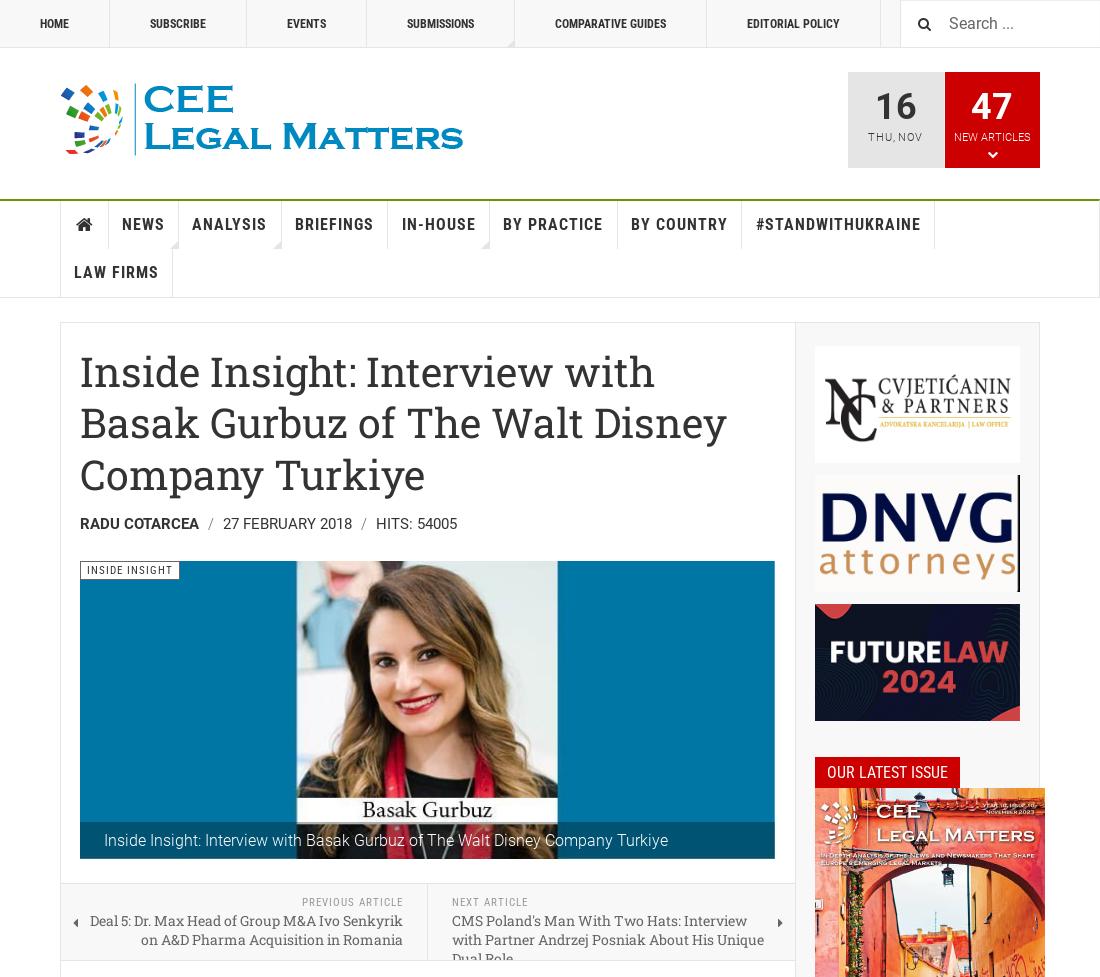  Describe the element at coordinates (879, 137) in the screenshot. I see `'Thu'` at that location.